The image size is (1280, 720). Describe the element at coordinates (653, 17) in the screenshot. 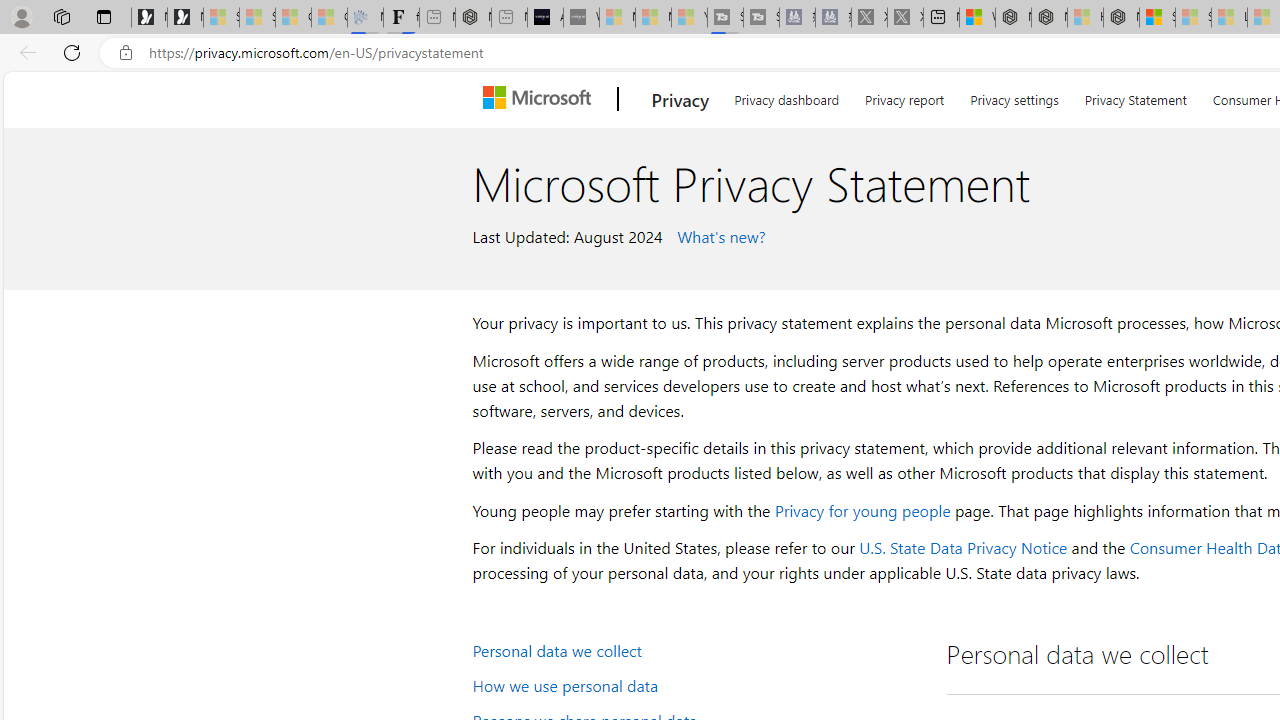

I see `'Microsoft Start - Sleeping'` at that location.